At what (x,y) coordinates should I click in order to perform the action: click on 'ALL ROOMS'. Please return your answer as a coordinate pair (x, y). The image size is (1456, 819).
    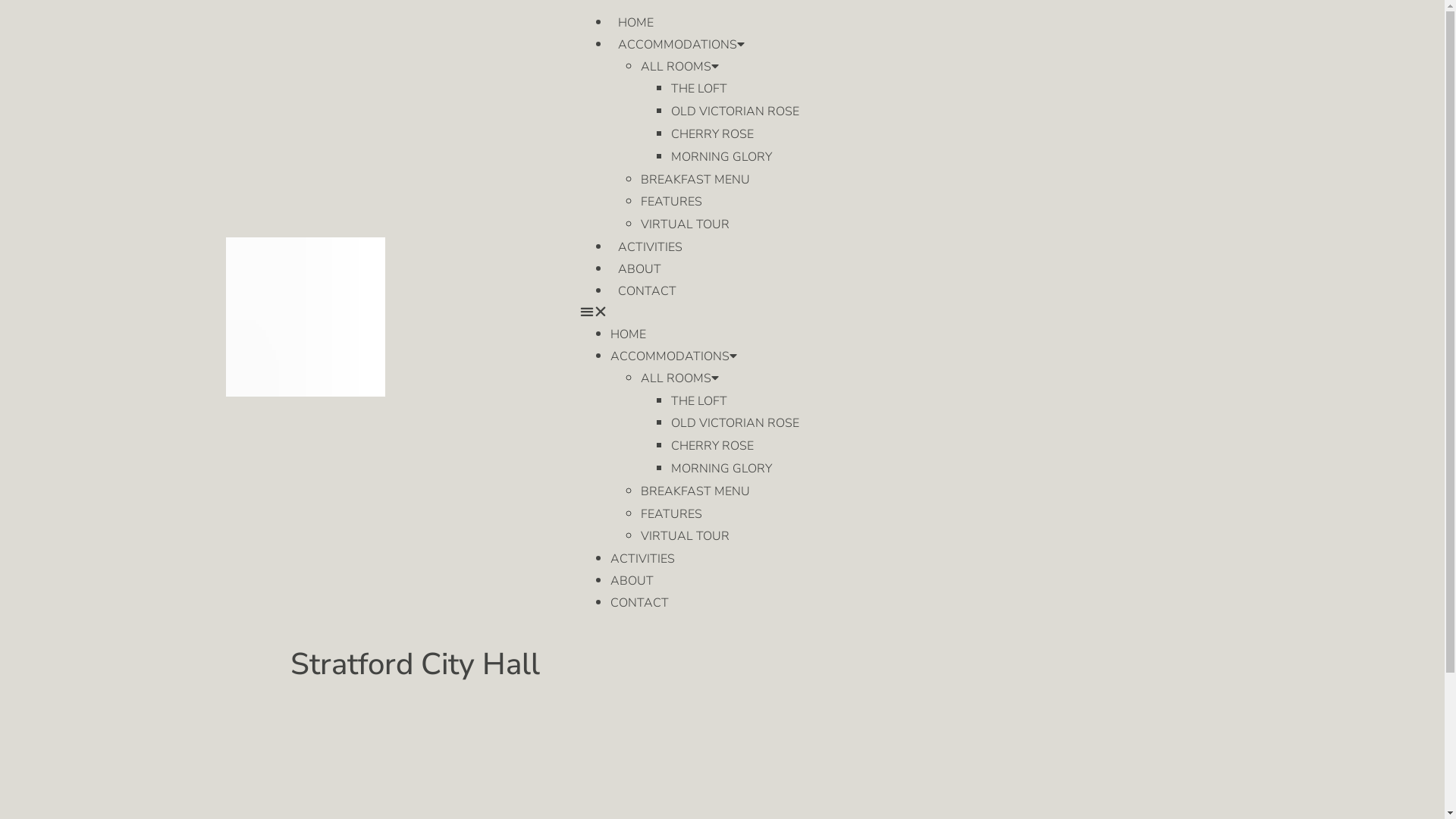
    Looking at the image, I should click on (679, 66).